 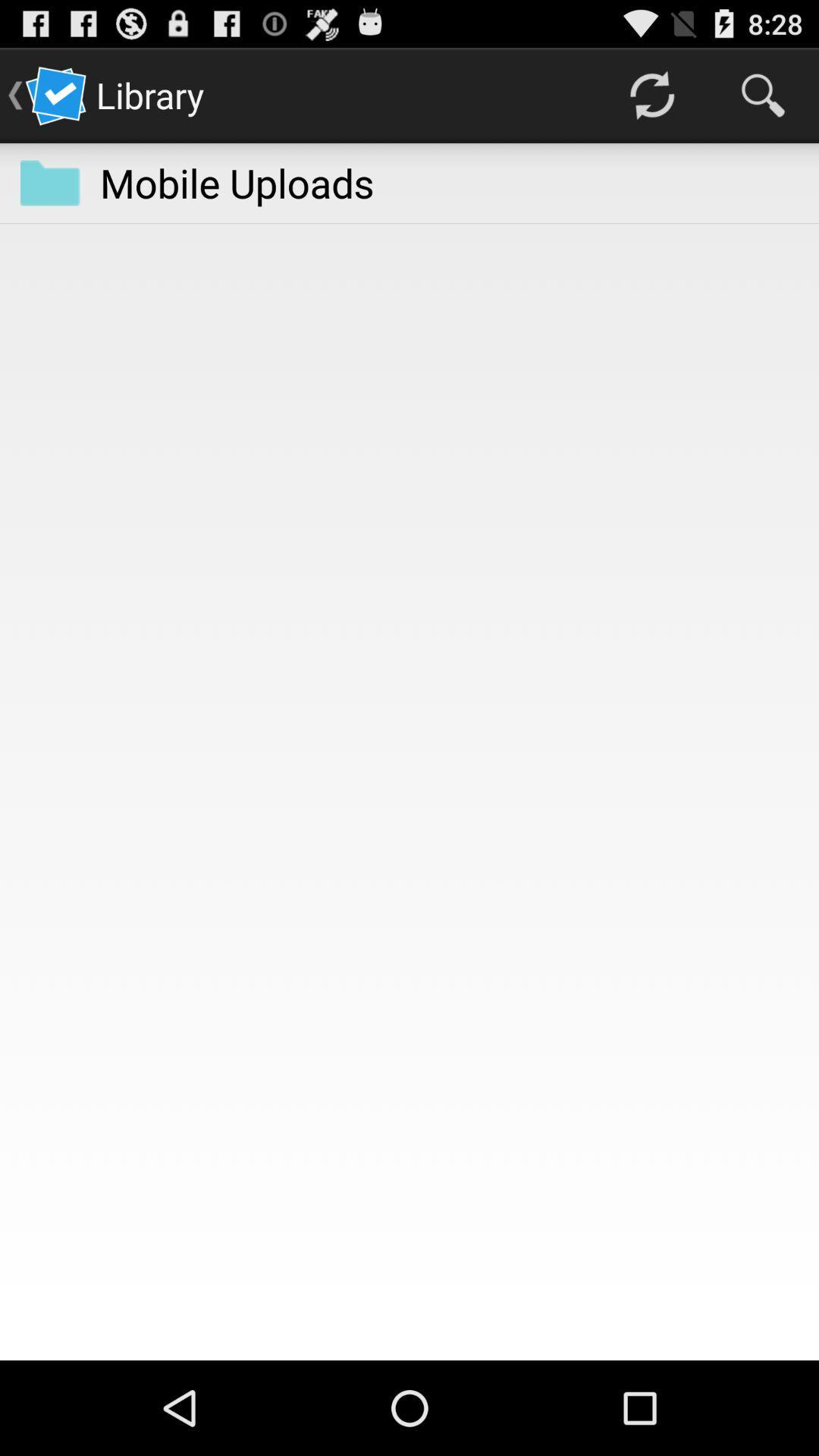 What do you see at coordinates (237, 182) in the screenshot?
I see `the app below library` at bounding box center [237, 182].